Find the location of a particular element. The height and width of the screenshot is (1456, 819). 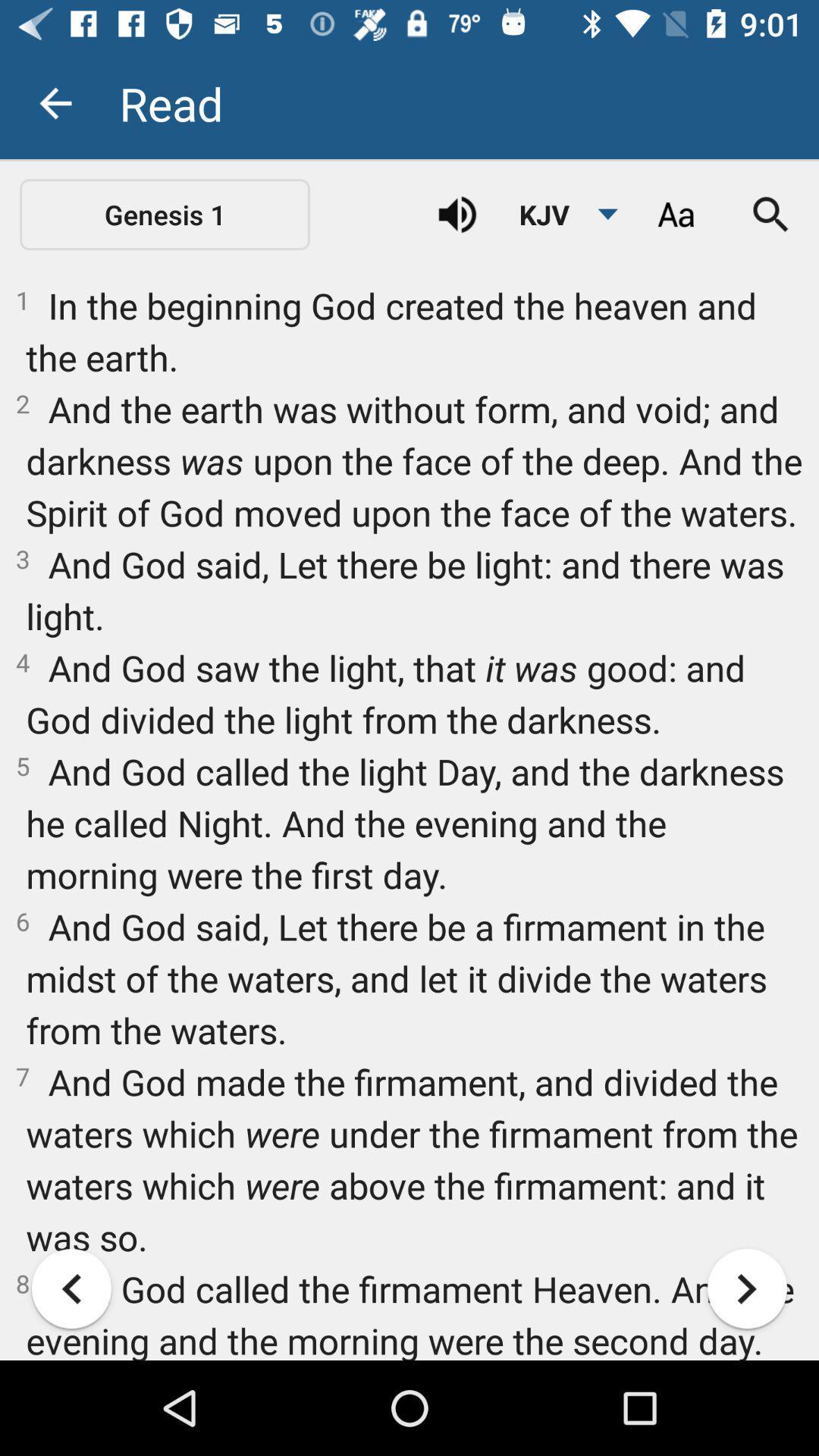

icon above the 1 in the item is located at coordinates (675, 214).